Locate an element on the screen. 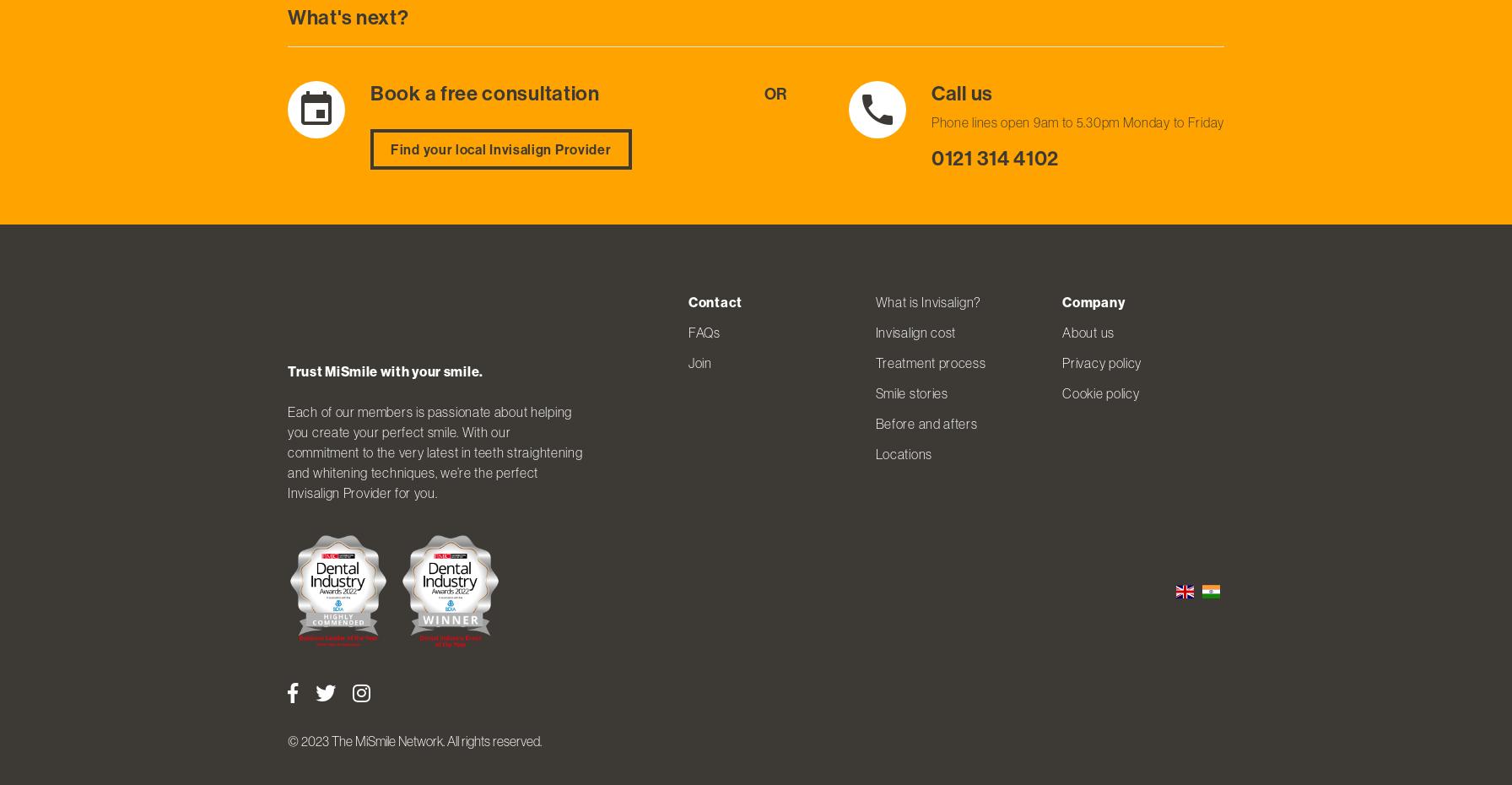 This screenshot has height=785, width=1512. 'FAQs' is located at coordinates (704, 332).